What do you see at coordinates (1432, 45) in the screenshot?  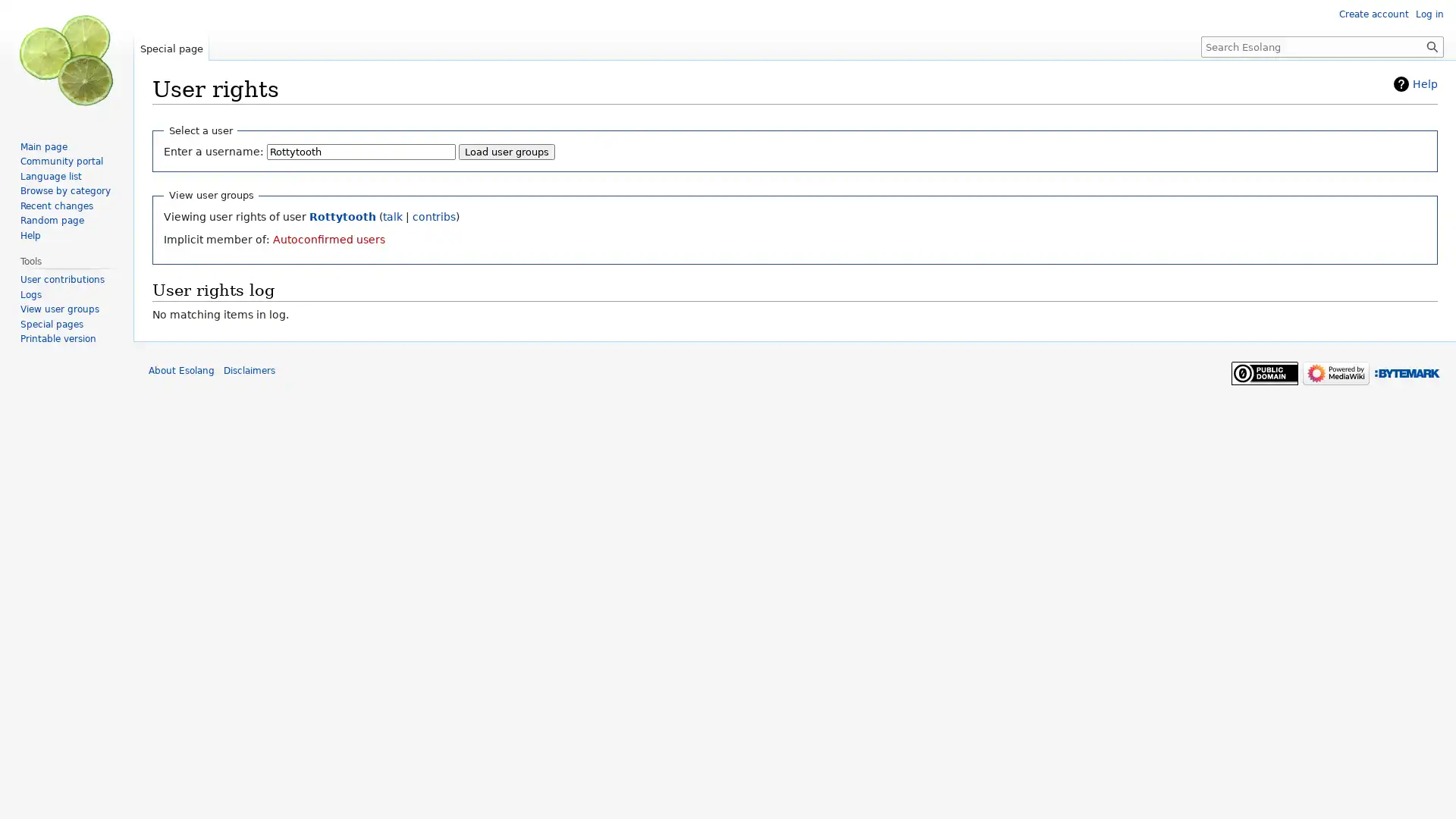 I see `Search` at bounding box center [1432, 45].